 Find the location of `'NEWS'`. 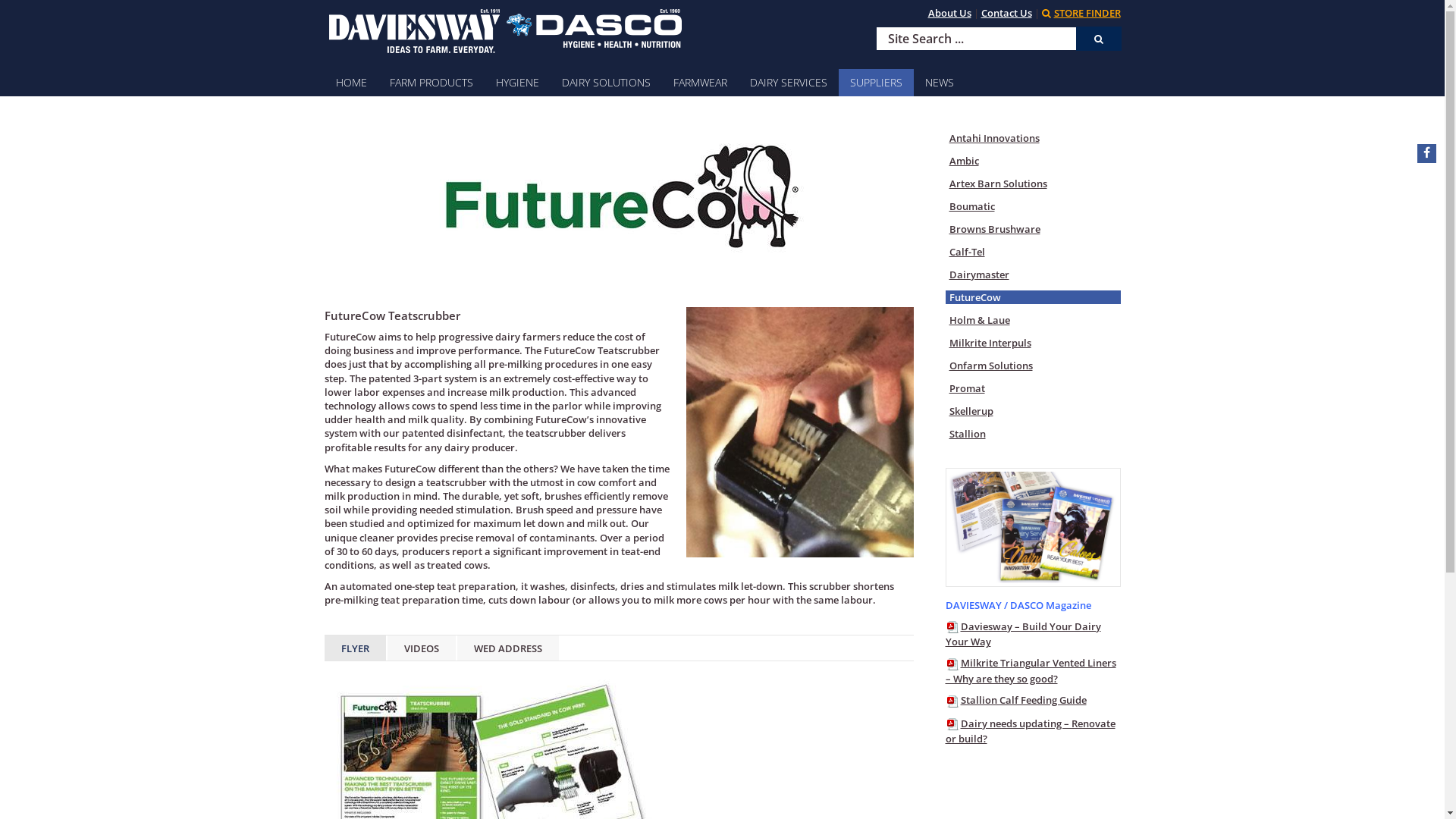

'NEWS' is located at coordinates (938, 82).